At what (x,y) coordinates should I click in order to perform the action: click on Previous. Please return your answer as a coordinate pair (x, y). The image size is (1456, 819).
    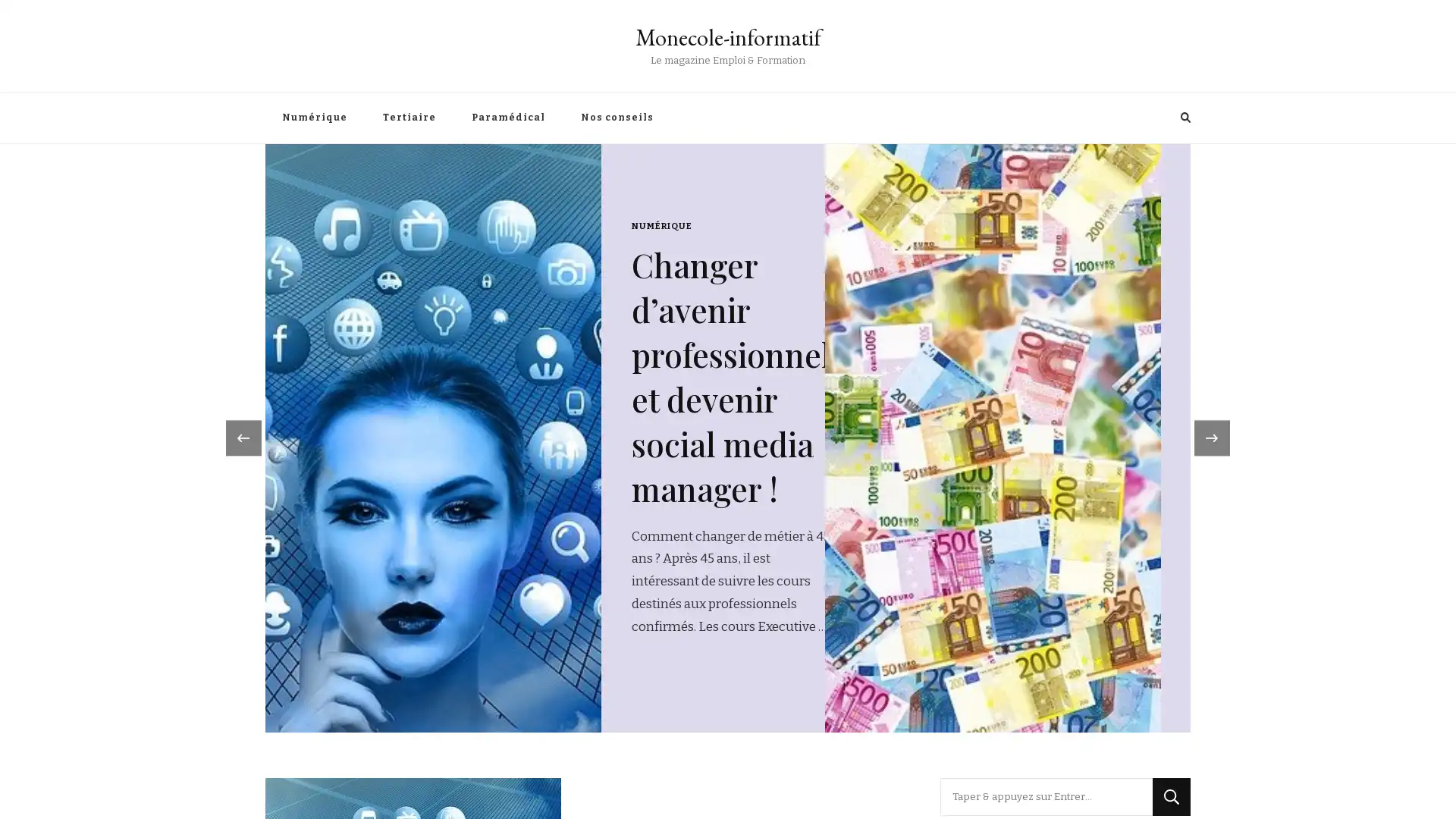
    Looking at the image, I should click on (238, 371).